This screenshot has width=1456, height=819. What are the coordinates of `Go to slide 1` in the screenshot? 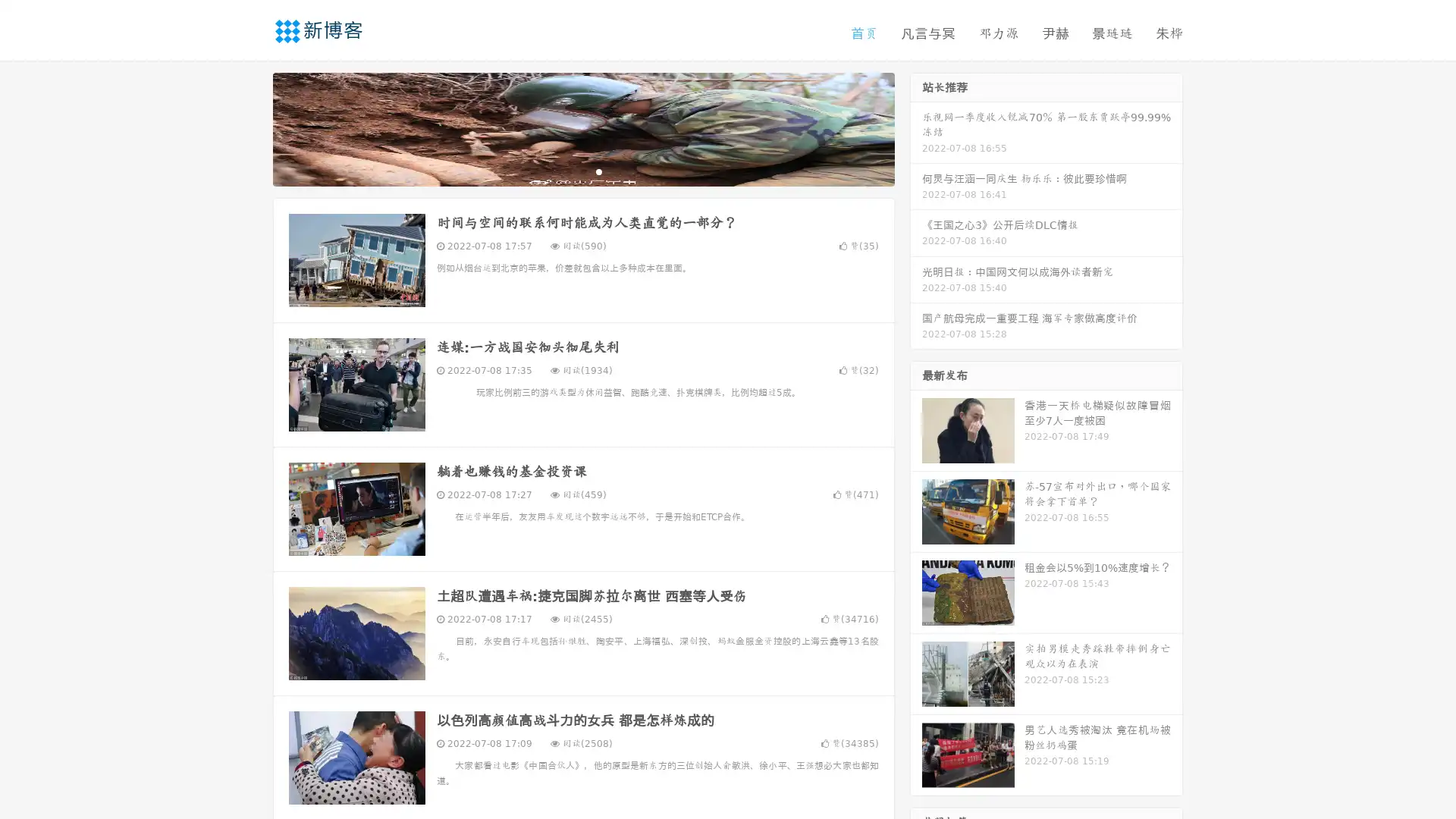 It's located at (567, 171).